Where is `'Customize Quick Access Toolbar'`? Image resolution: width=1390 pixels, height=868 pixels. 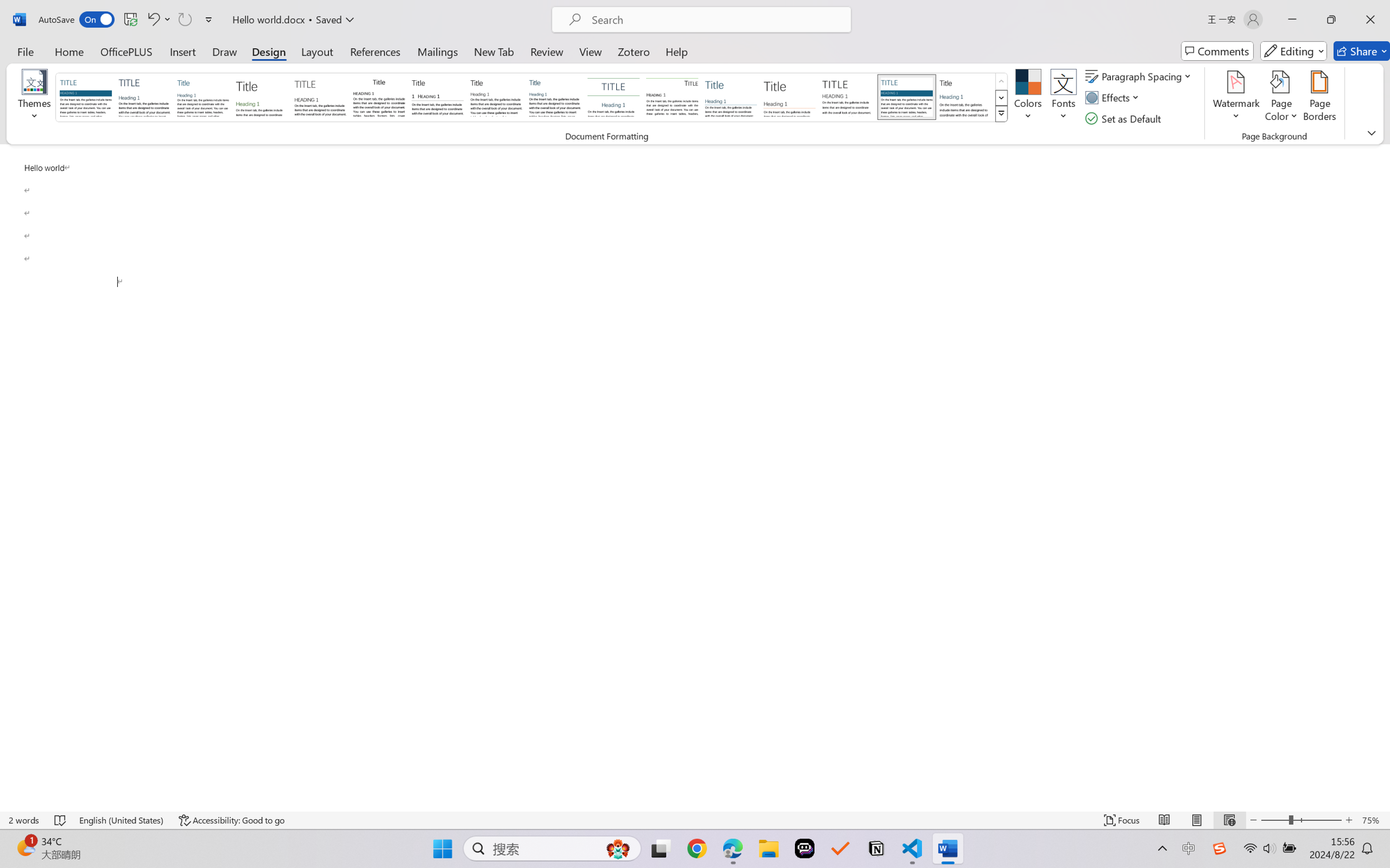 'Customize Quick Access Toolbar' is located at coordinates (208, 19).